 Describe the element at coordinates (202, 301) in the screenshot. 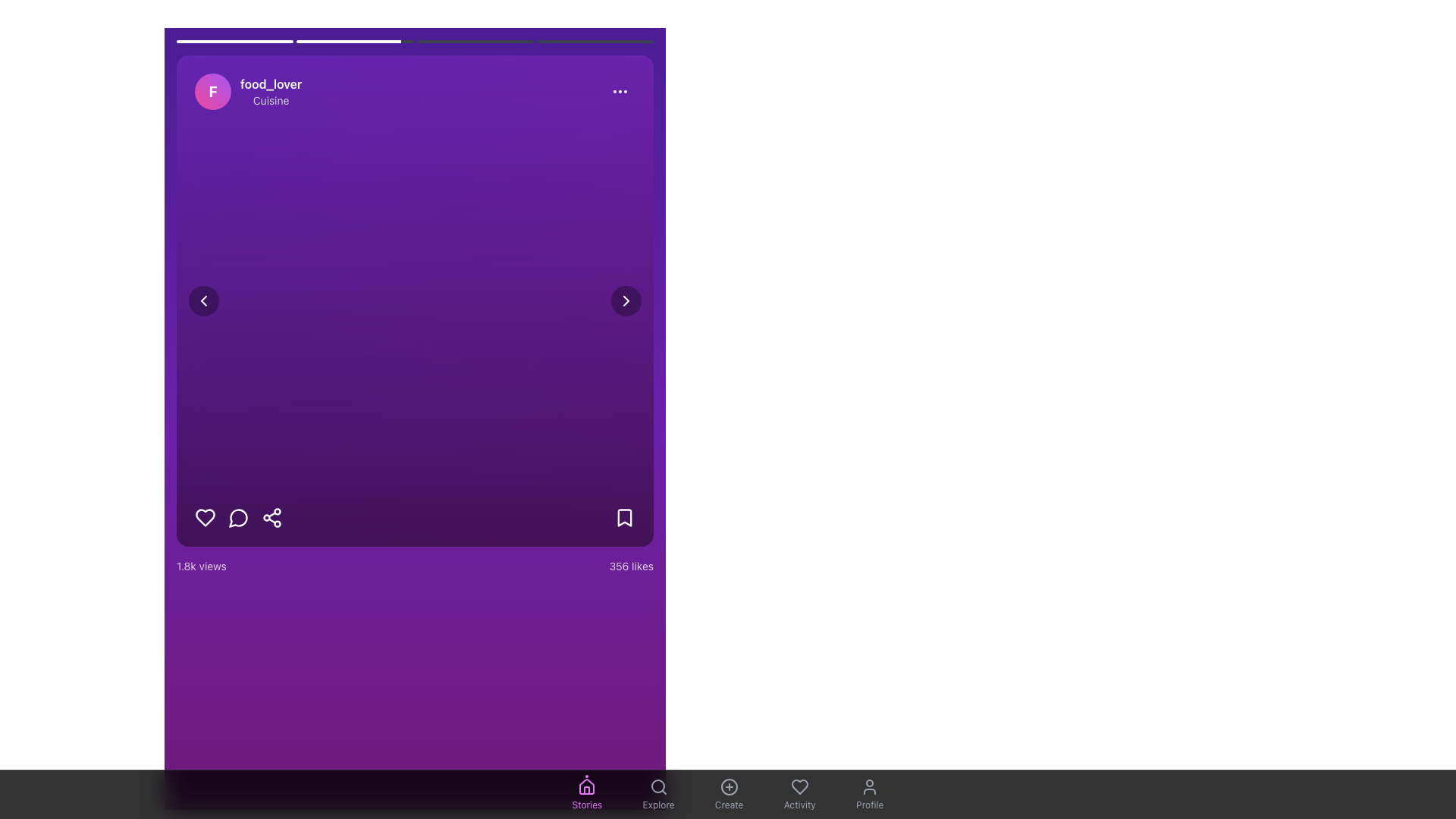

I see `the left navigation button that allows the user to navigate to the previous item in a carousel to trigger a background color change` at that location.